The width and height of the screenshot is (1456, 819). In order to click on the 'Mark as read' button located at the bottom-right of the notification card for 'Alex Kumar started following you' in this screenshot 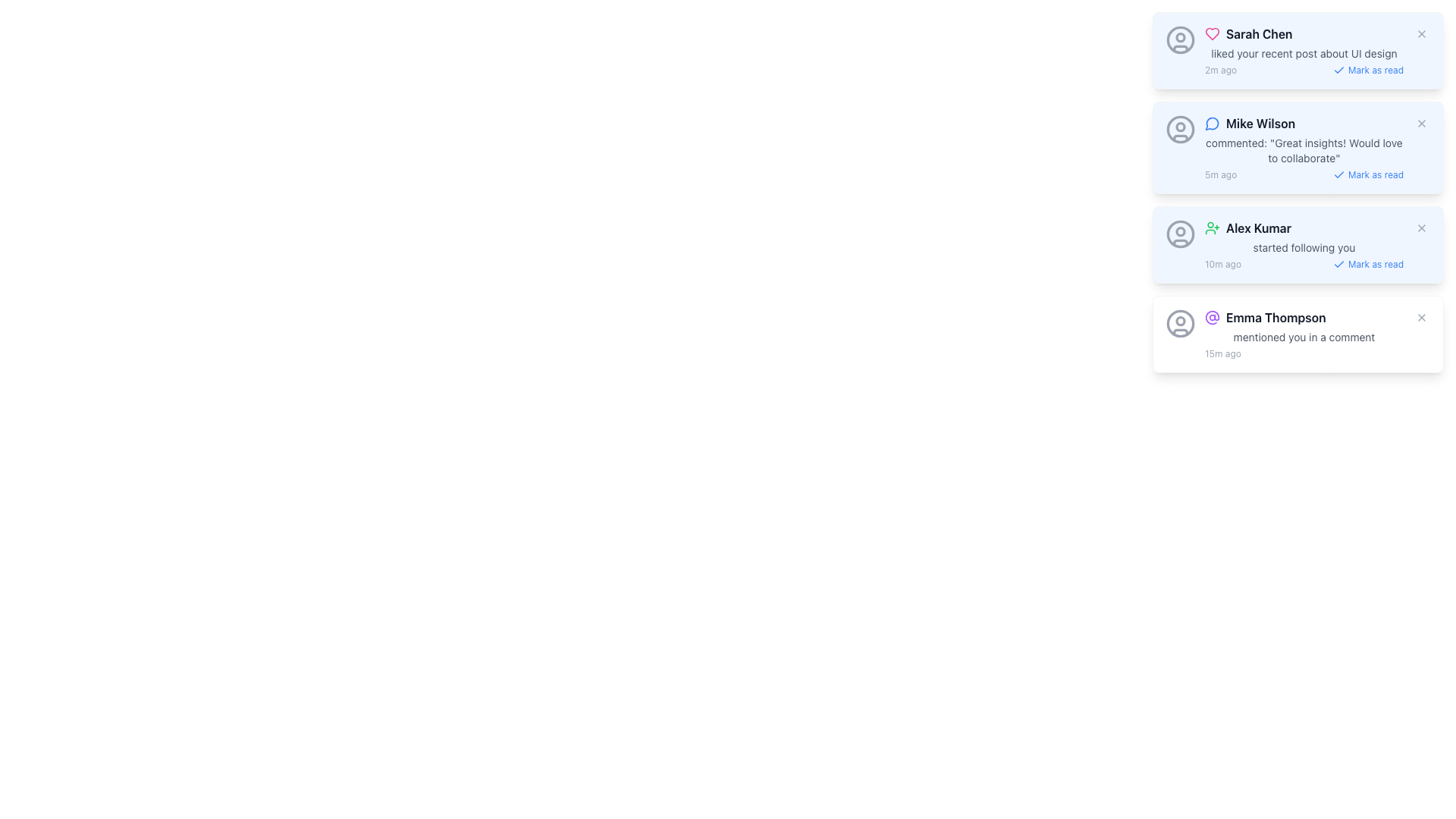, I will do `click(1303, 263)`.